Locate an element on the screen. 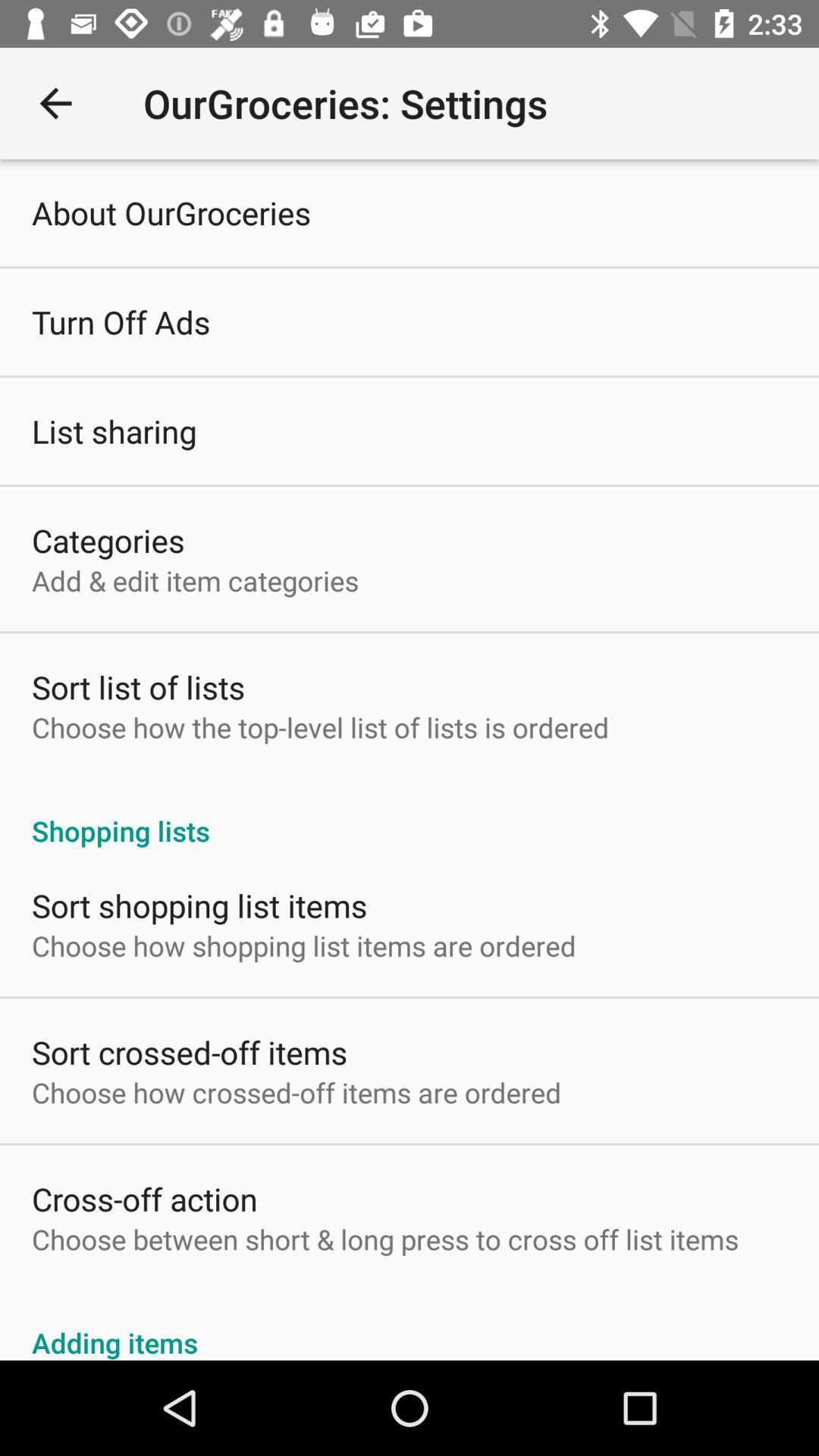 The width and height of the screenshot is (819, 1456). the adding items item is located at coordinates (409, 1325).